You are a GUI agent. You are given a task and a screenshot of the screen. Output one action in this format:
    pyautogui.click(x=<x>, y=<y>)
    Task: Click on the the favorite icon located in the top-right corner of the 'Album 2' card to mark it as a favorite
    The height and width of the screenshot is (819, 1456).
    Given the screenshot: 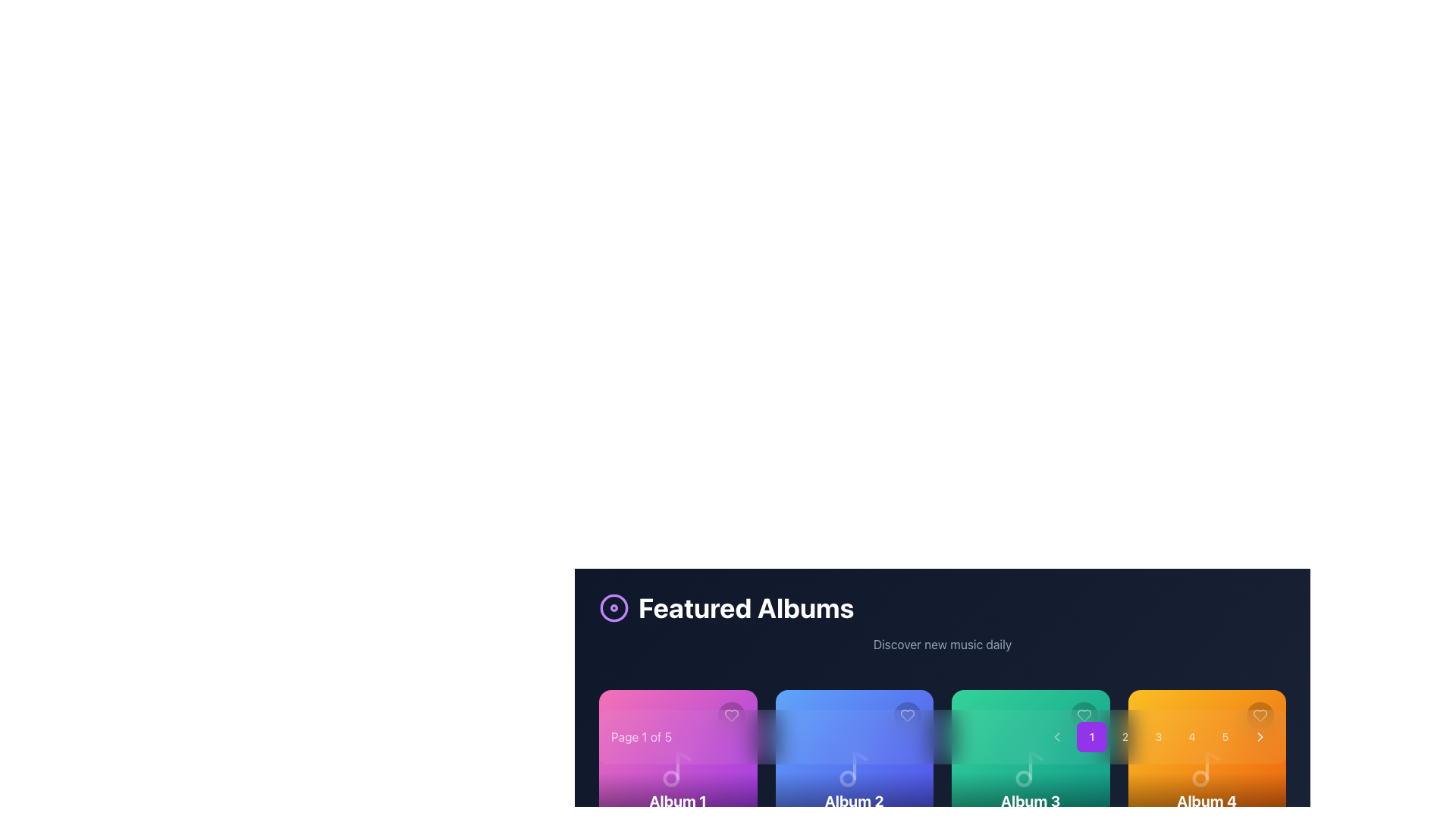 What is the action you would take?
    pyautogui.click(x=907, y=716)
    